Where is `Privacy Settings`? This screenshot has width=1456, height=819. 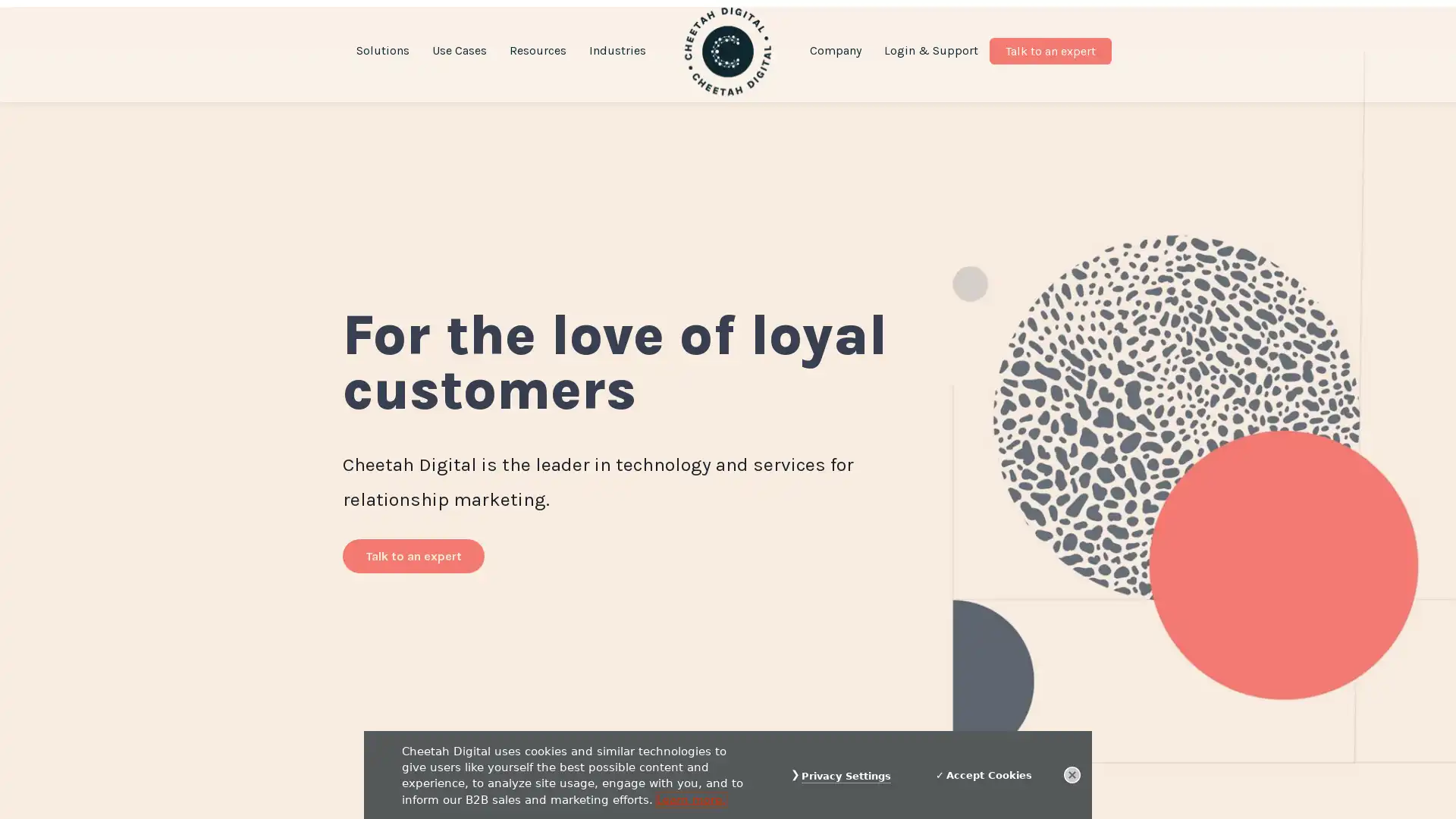
Privacy Settings is located at coordinates (846, 776).